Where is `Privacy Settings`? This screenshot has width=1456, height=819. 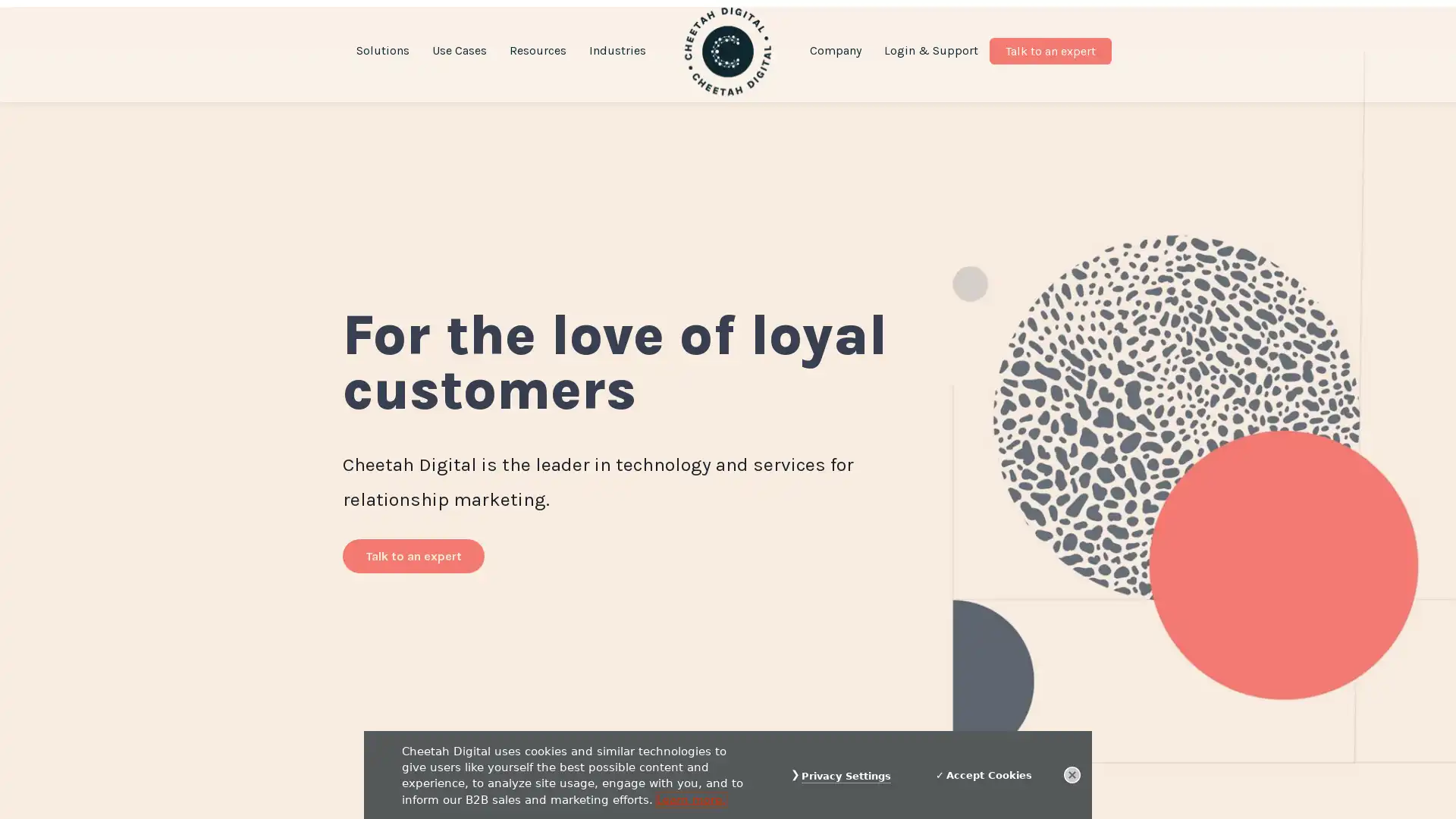
Privacy Settings is located at coordinates (846, 776).